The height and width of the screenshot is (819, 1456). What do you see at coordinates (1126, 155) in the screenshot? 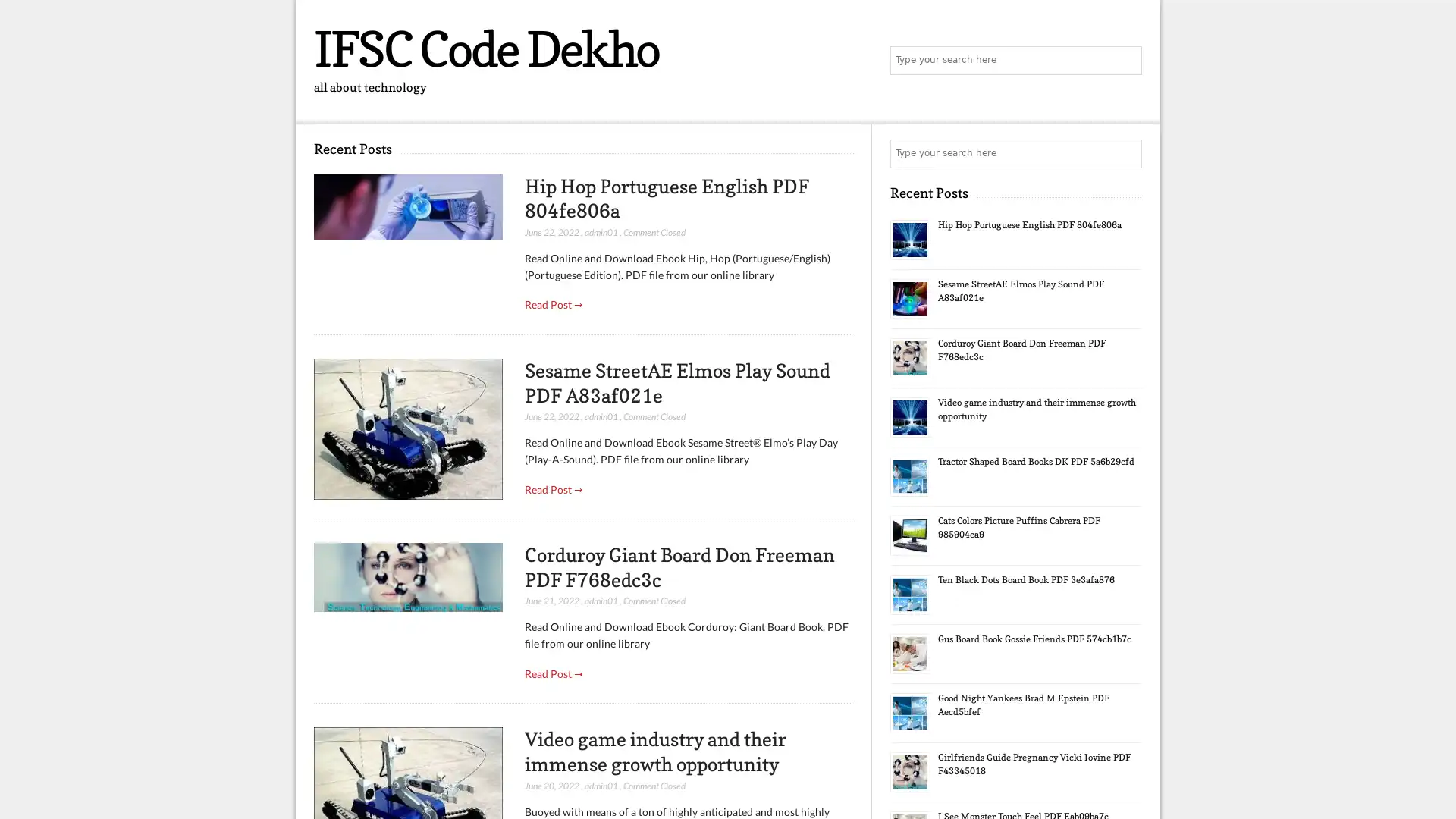
I see `Search` at bounding box center [1126, 155].